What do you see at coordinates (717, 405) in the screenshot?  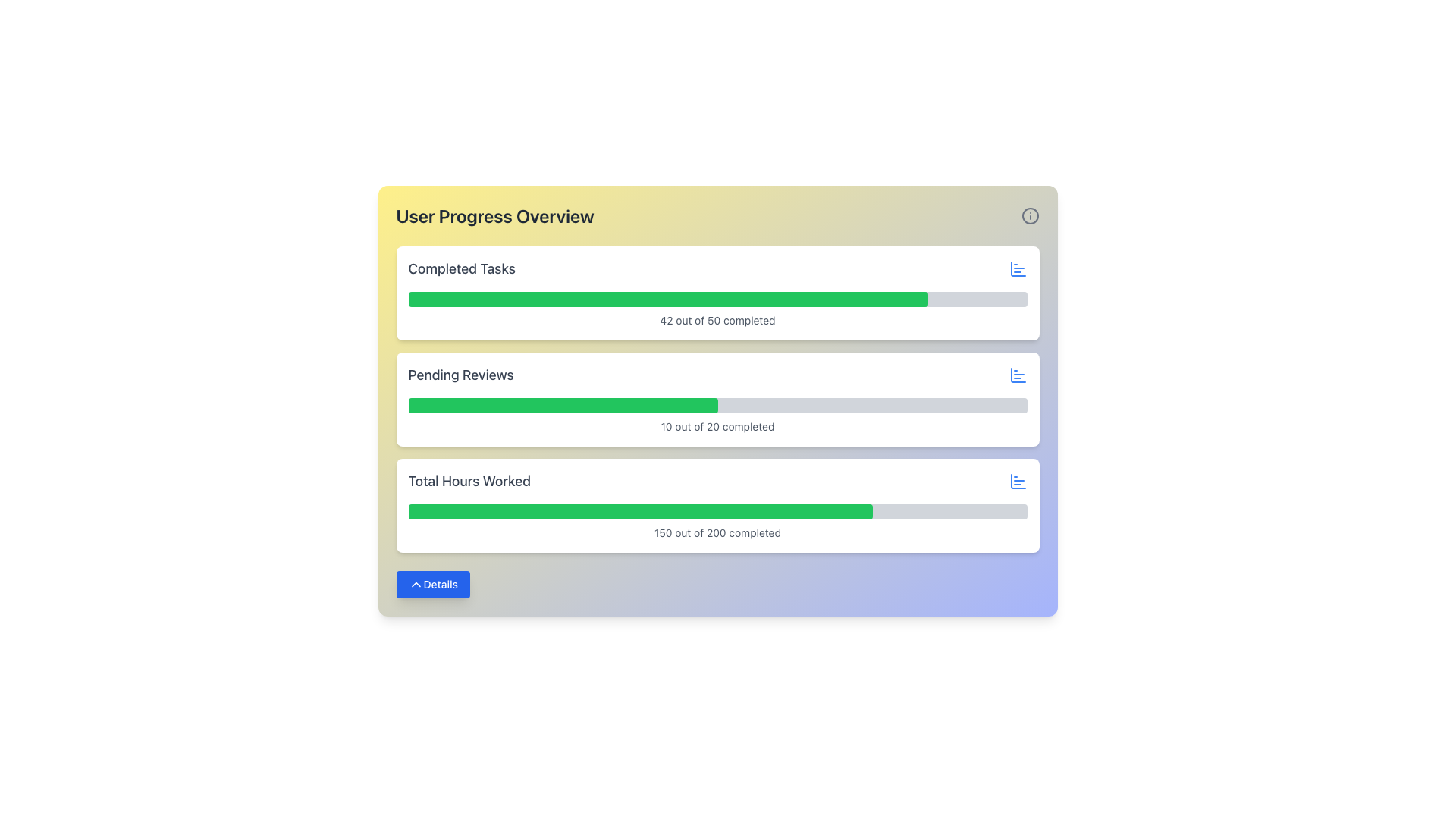 I see `the progress status of the Progress Bar located in the 'Pending Reviews' section, which visually indicates the completion status of tasks` at bounding box center [717, 405].